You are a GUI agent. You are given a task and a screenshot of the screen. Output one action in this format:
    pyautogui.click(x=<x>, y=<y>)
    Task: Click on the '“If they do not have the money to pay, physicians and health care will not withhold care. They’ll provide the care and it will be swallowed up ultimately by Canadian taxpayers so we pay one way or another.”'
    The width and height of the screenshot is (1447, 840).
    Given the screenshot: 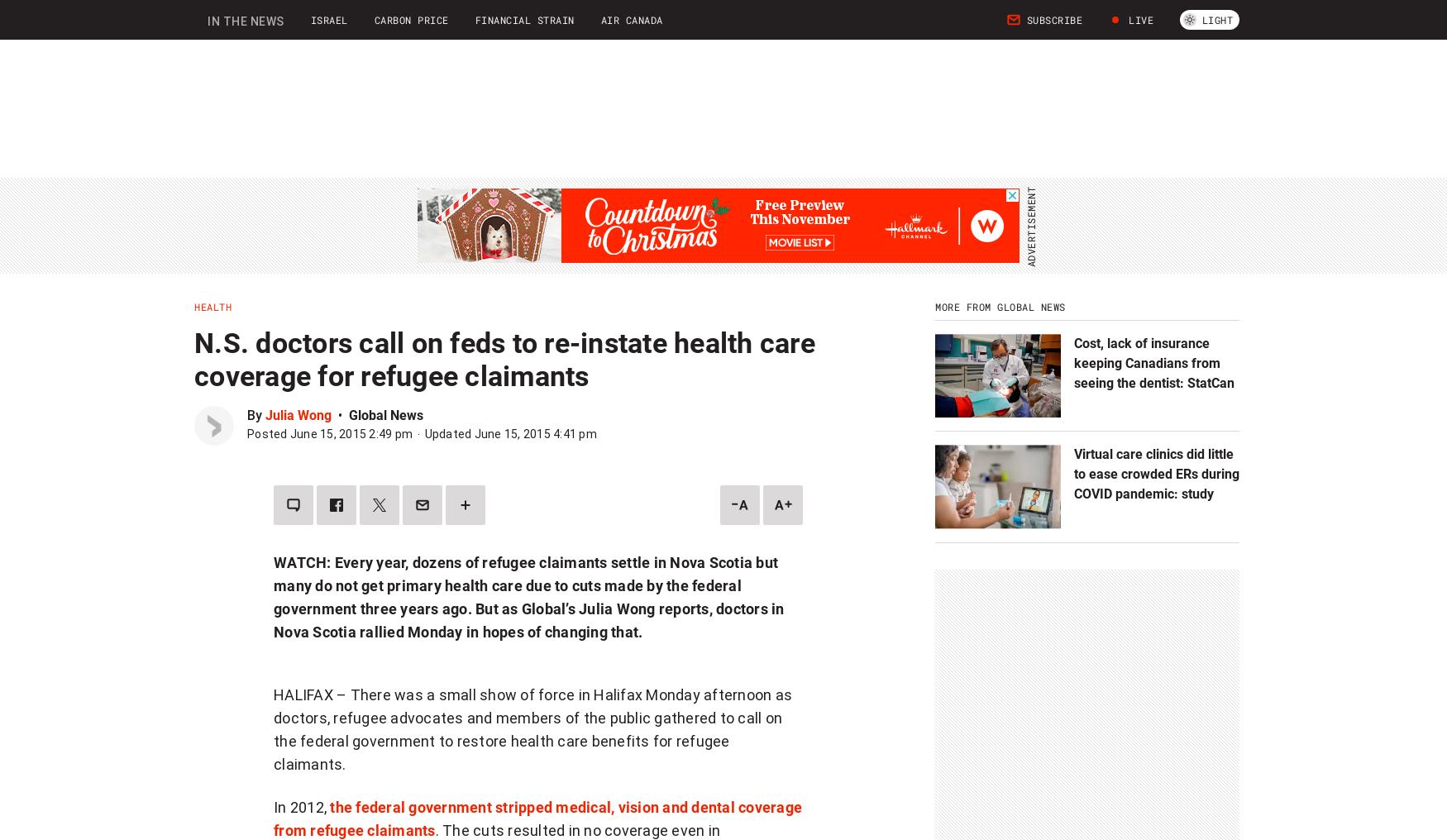 What is the action you would take?
    pyautogui.click(x=530, y=133)
    